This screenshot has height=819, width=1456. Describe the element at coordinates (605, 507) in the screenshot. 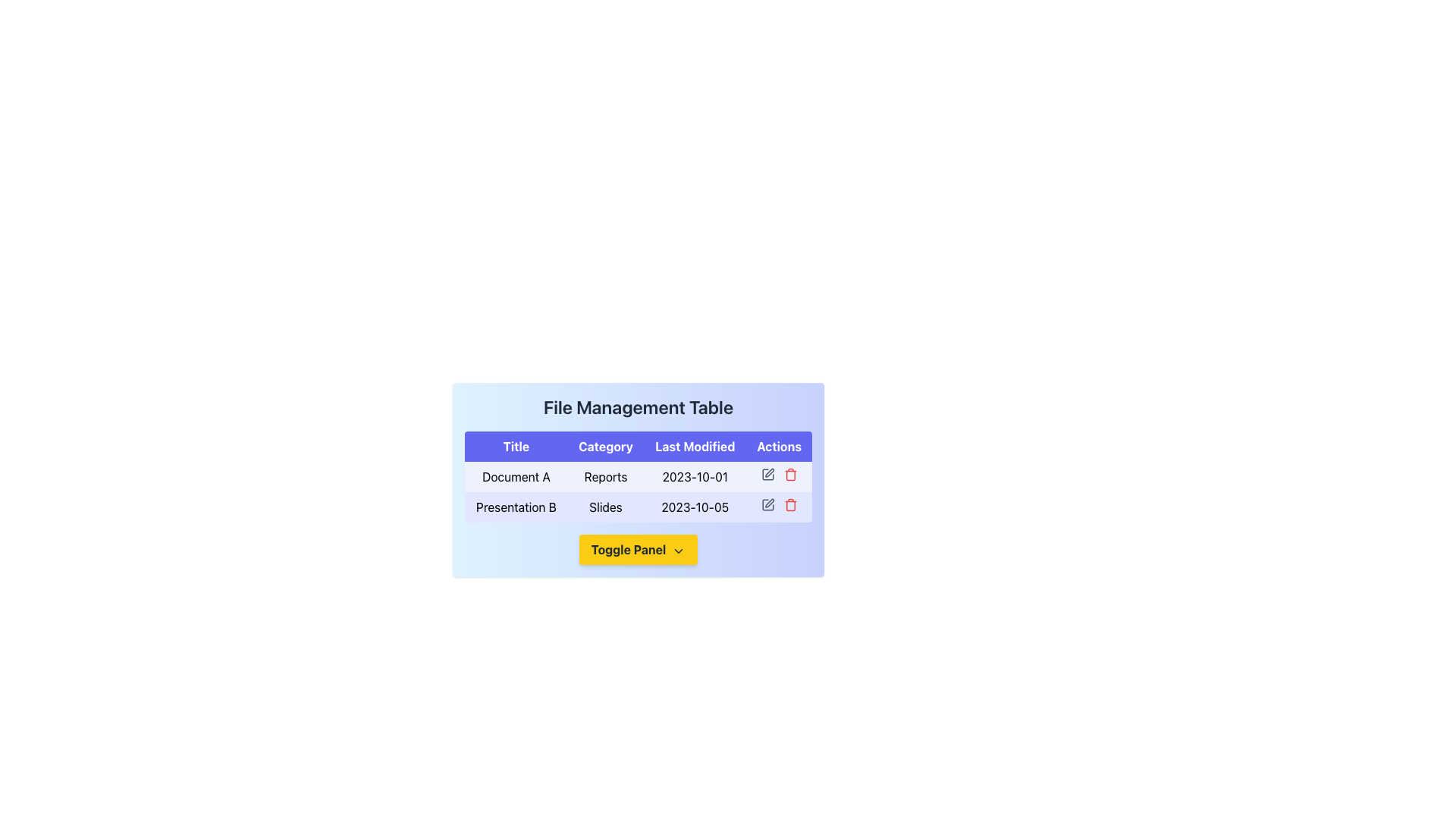

I see `the text label in the second row of the table that displays the category of the document, positioned between 'Presentation B' and '2023-10-05'` at that location.